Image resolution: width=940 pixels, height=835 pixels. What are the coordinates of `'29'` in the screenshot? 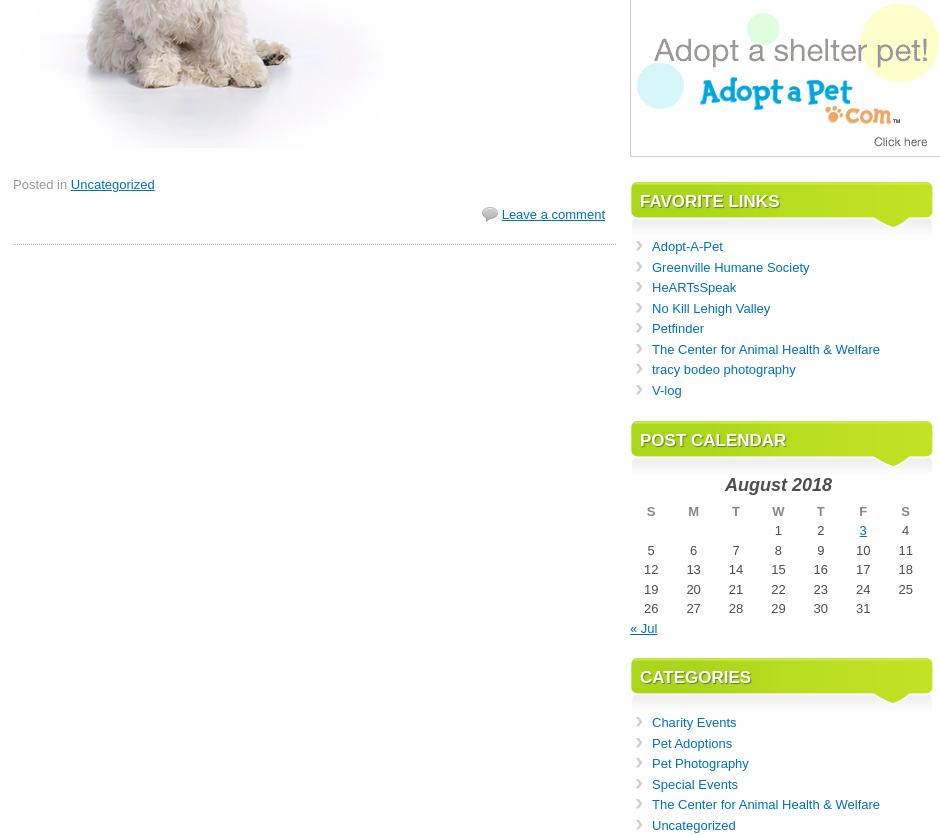 It's located at (769, 607).